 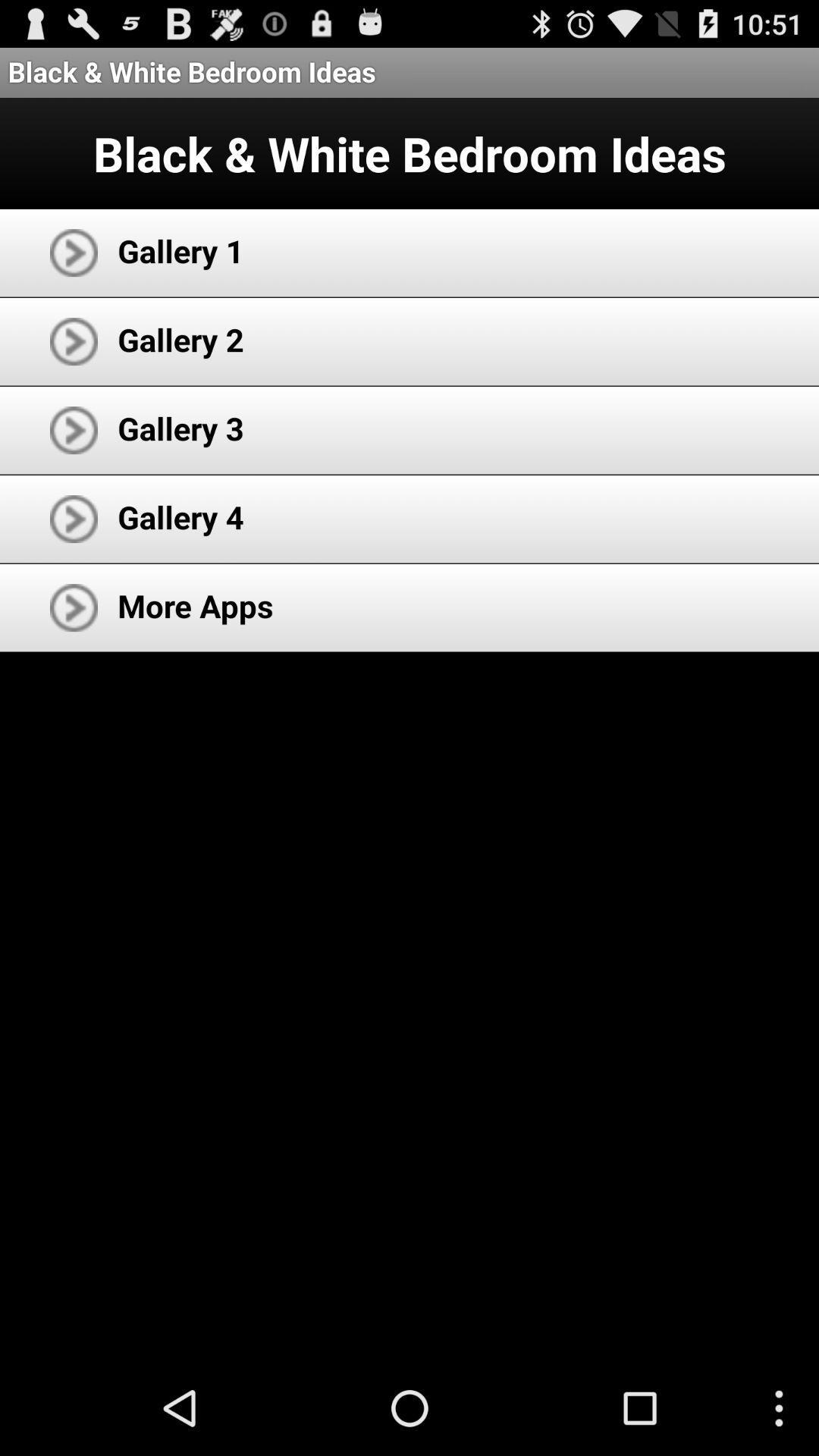 I want to click on icon above gallery 4 item, so click(x=180, y=427).